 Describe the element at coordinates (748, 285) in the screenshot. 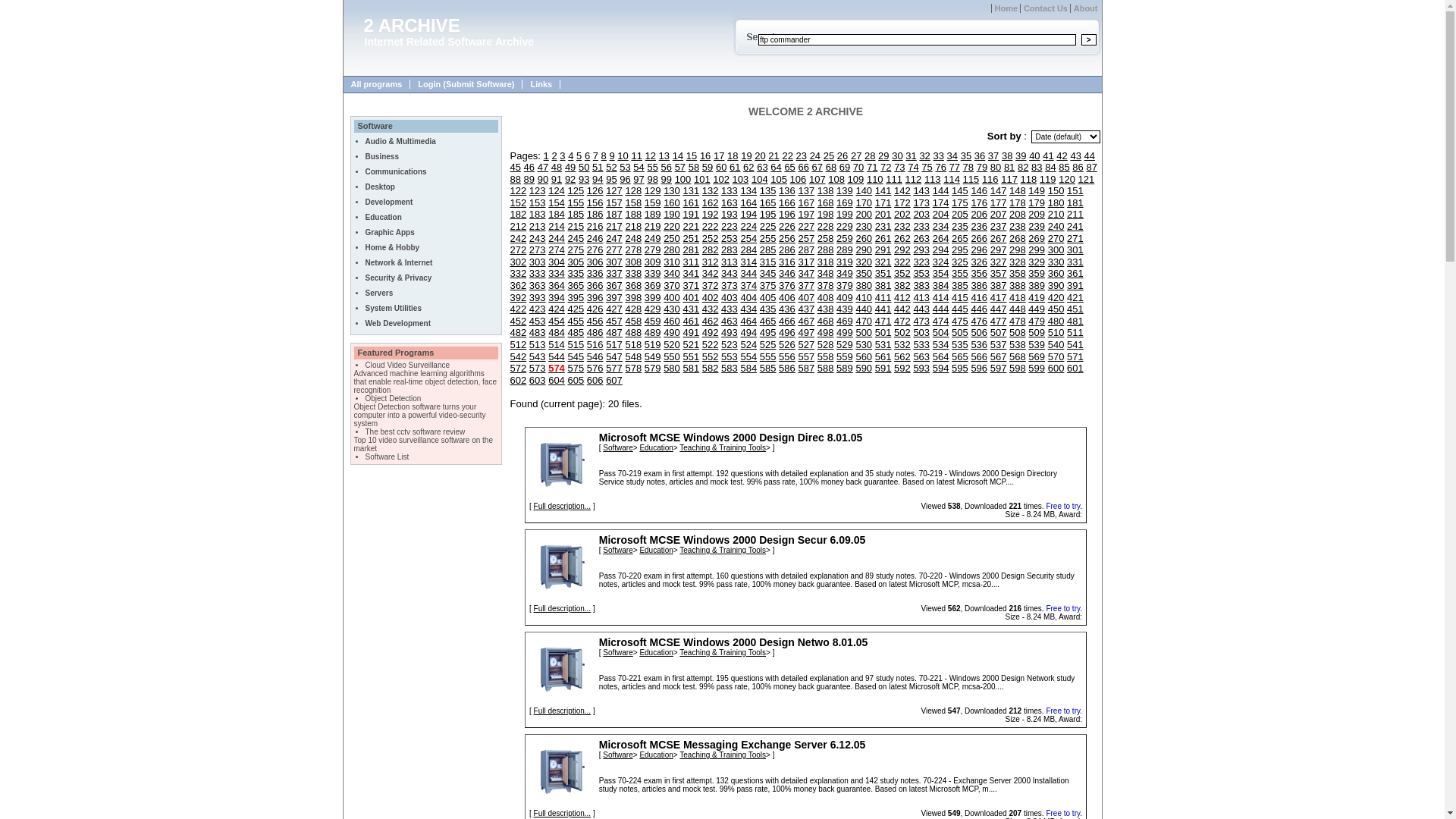

I see `'374'` at that location.